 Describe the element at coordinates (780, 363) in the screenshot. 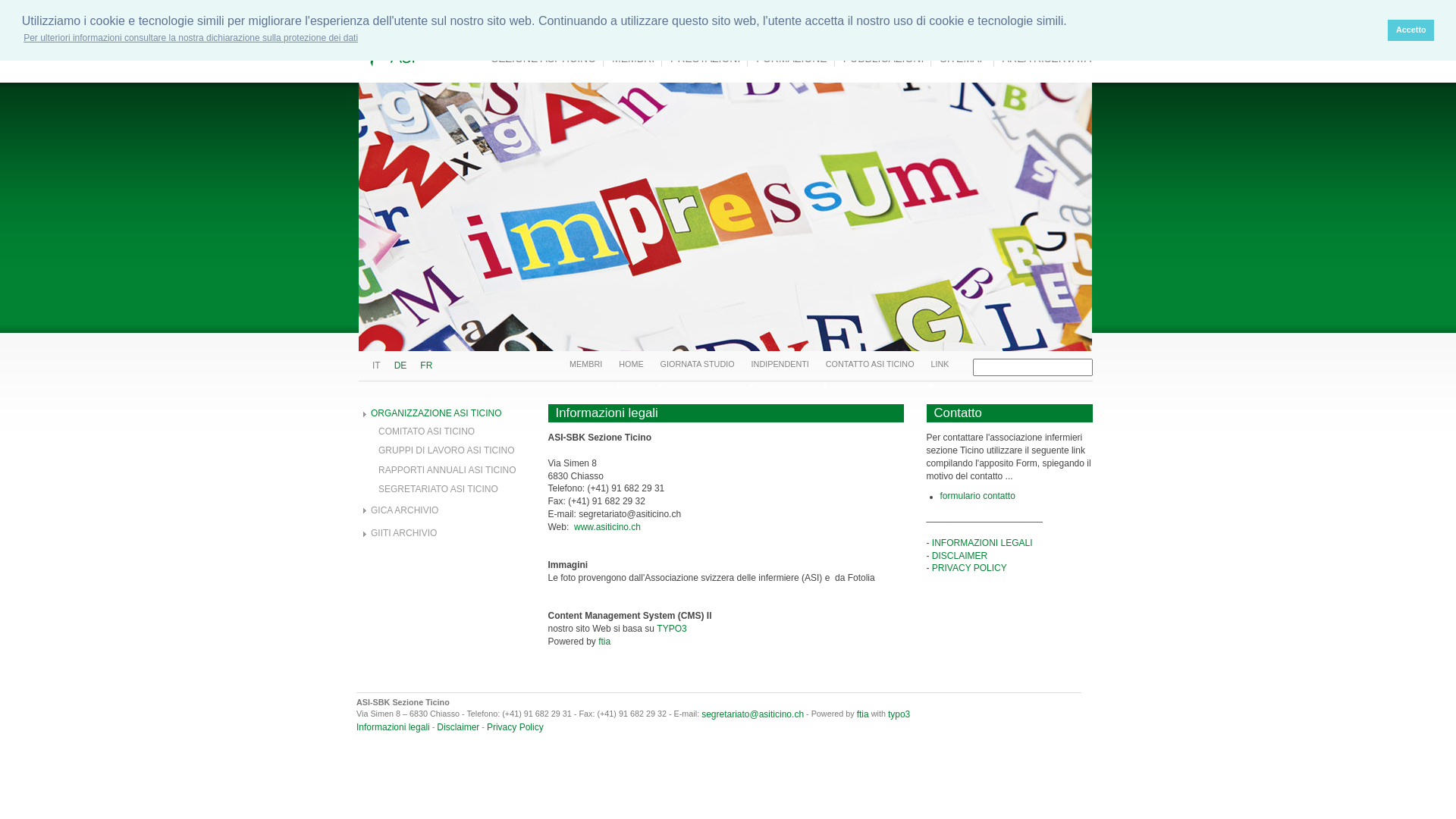

I see `'INDIPENDENTI'` at that location.